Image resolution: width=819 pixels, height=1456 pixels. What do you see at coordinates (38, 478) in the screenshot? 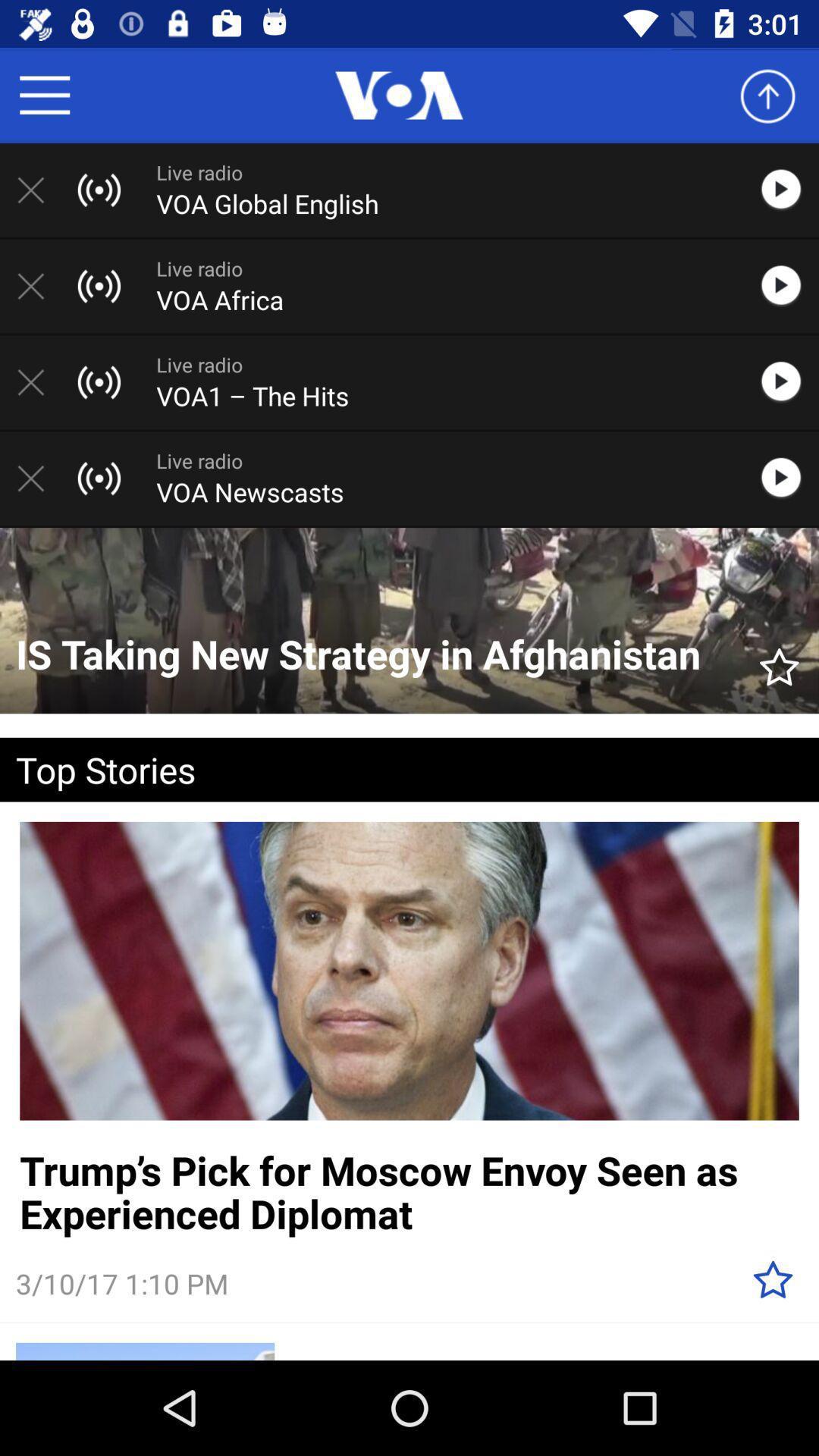
I see `the close icon` at bounding box center [38, 478].